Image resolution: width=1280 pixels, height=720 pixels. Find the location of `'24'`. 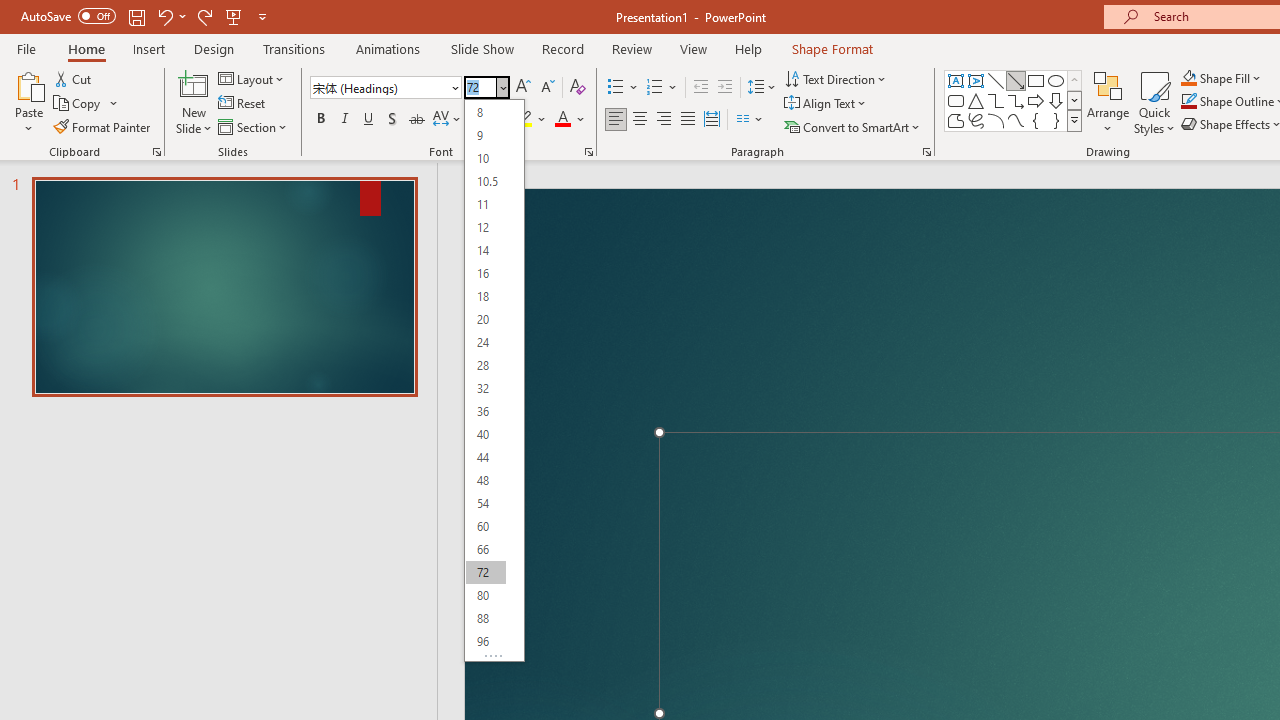

'24' is located at coordinates (485, 341).